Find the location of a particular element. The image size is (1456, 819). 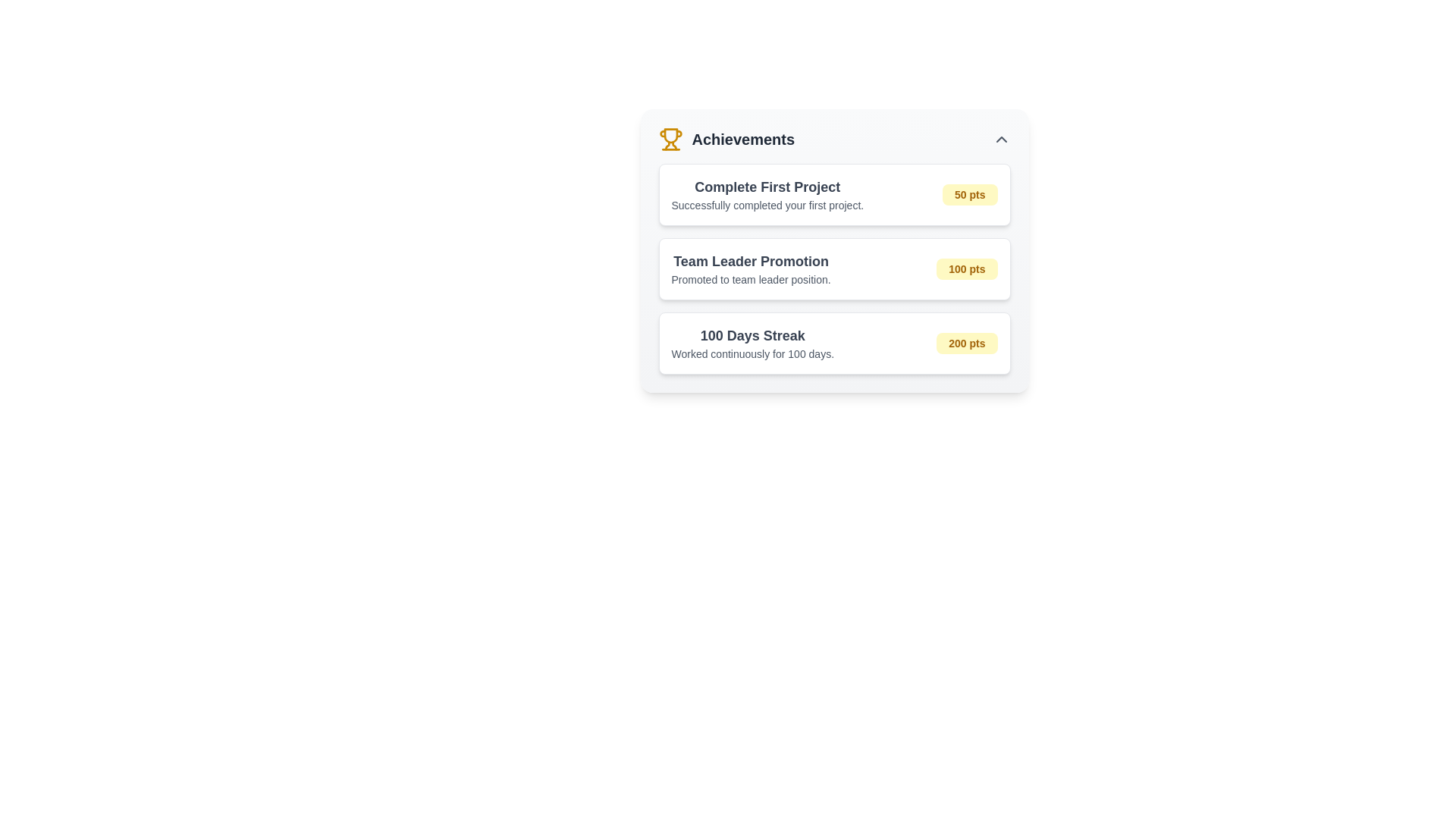

the text label that reads 'Worked continuously for 100 days.' located beneath the heading '100 Days Streak' in the 'Achievements' section is located at coordinates (752, 353).